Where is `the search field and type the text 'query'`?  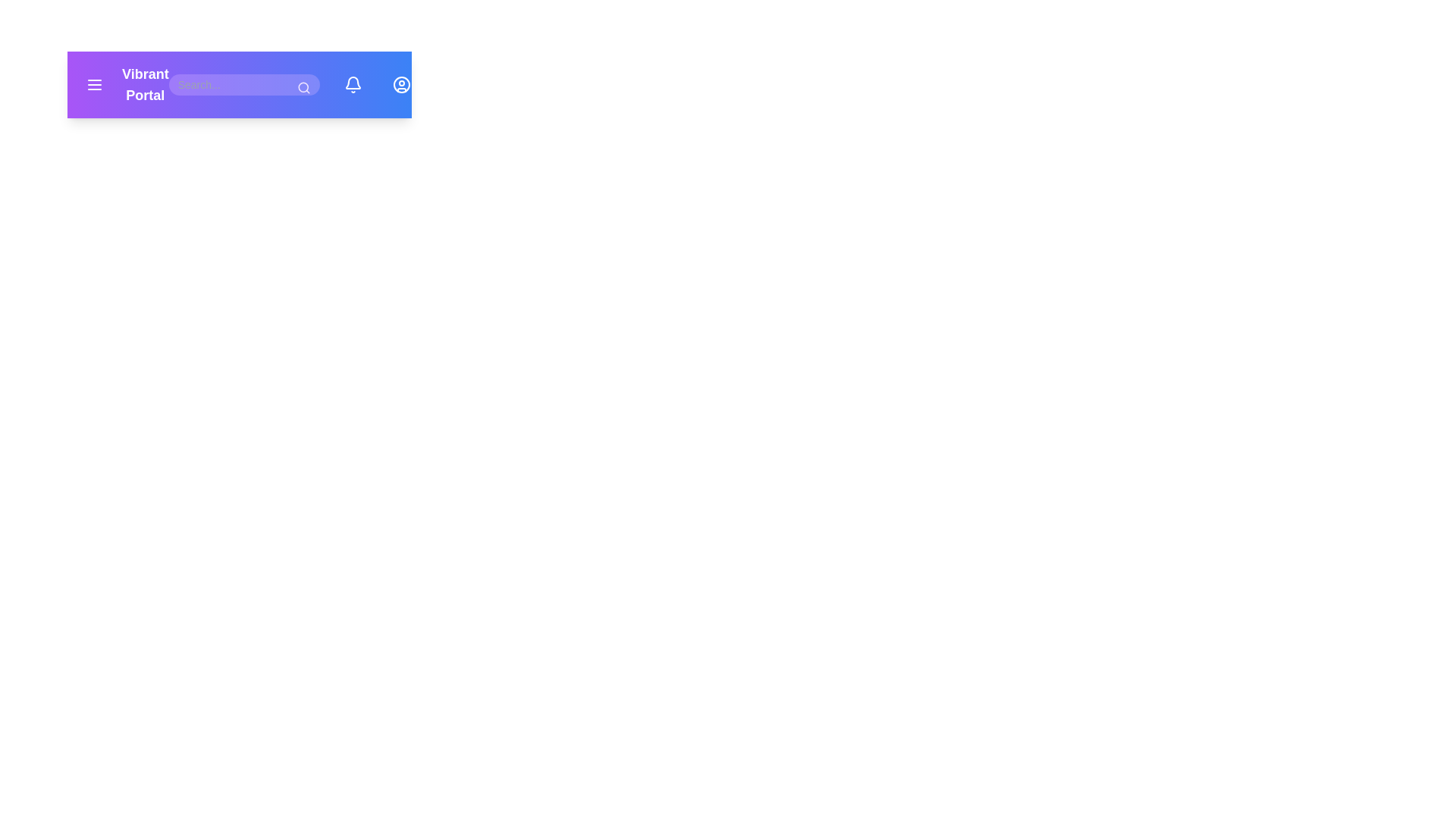 the search field and type the text 'query' is located at coordinates (243, 84).